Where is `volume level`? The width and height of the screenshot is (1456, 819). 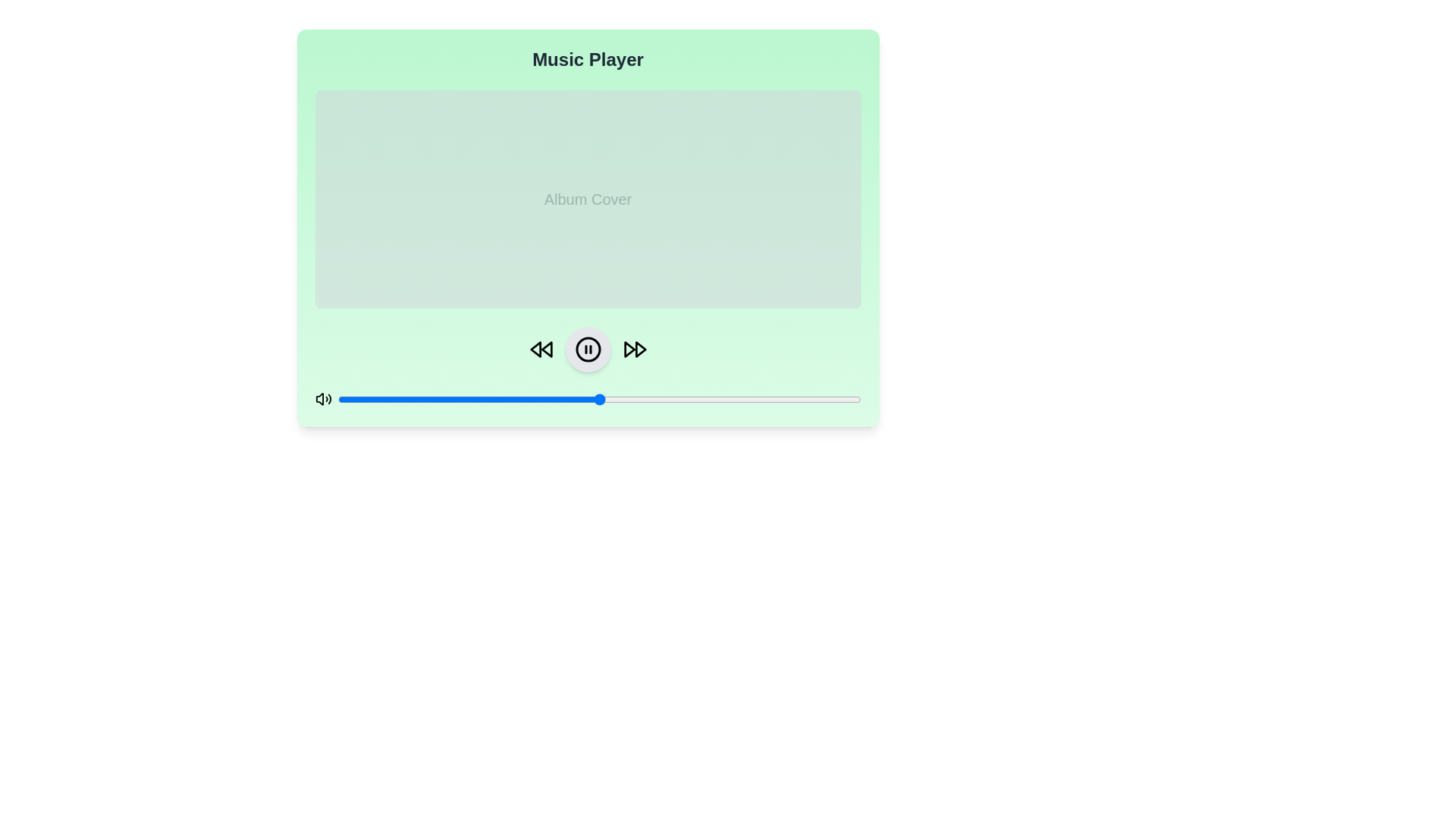 volume level is located at coordinates (463, 399).